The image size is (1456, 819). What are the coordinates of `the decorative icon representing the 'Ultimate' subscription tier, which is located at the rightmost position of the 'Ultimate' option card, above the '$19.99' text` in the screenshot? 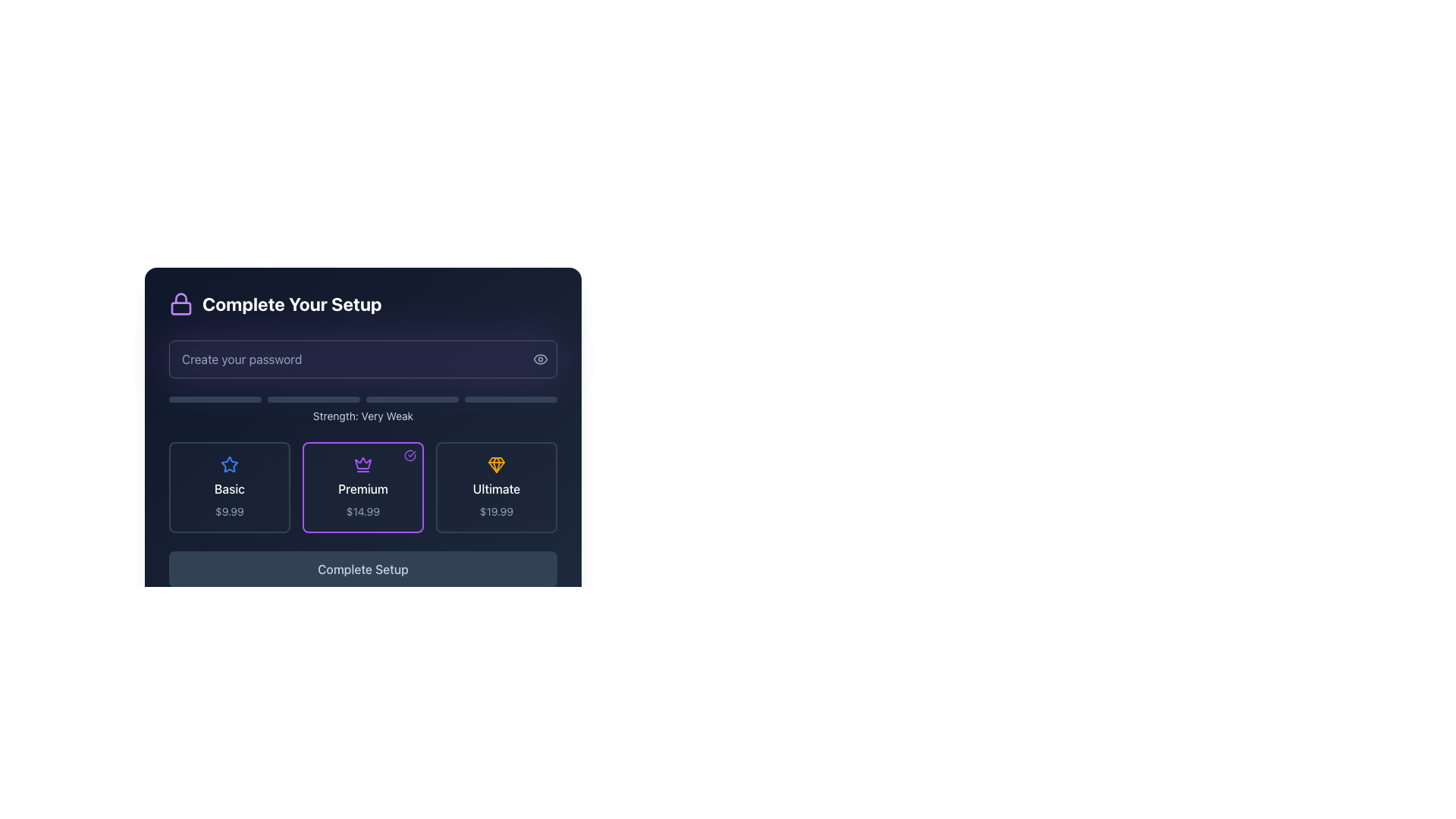 It's located at (496, 464).